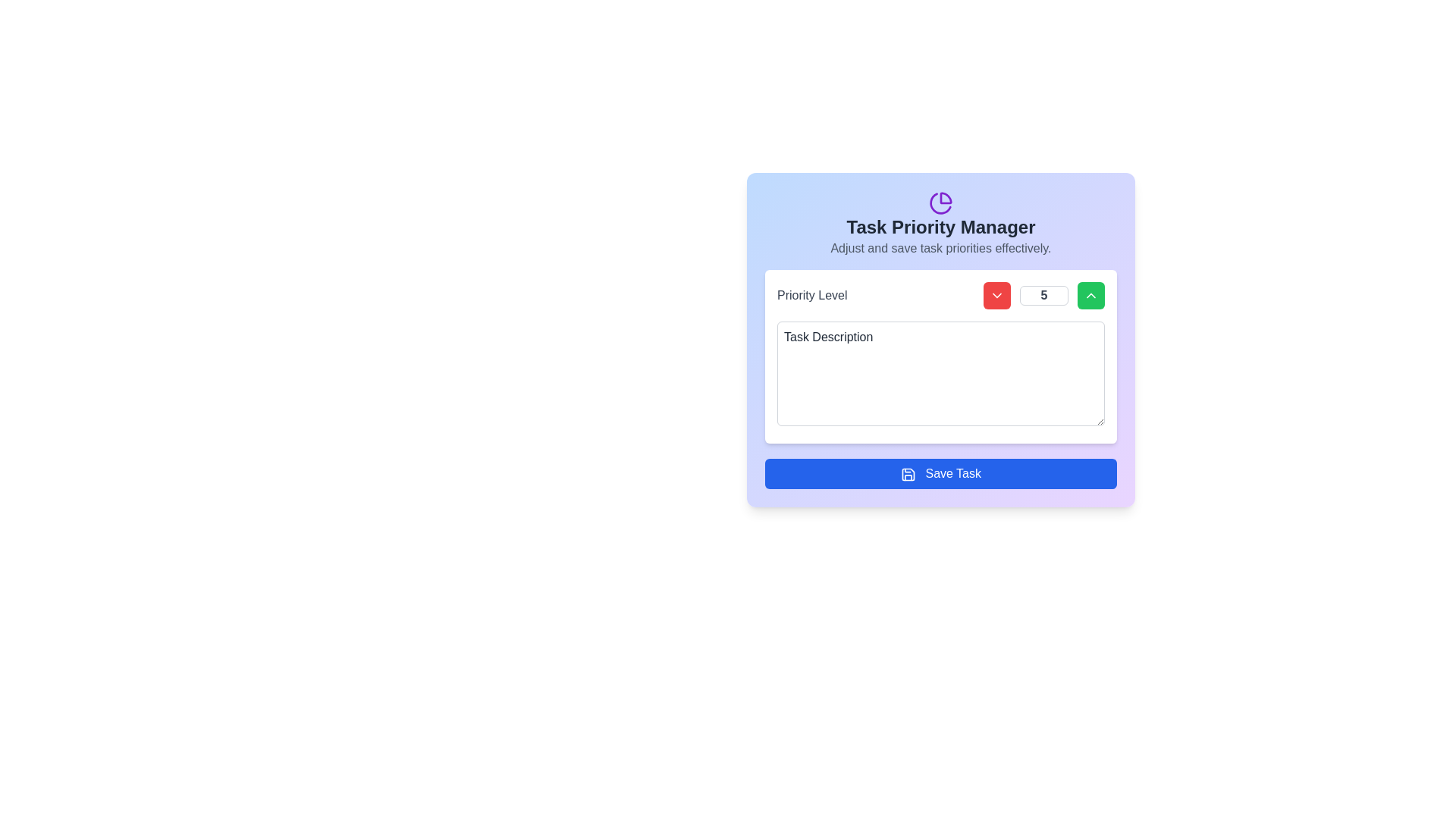 The image size is (1456, 819). Describe the element at coordinates (940, 227) in the screenshot. I see `the bold-text title labeled 'Task Priority Manager', which is centered at the top-middle area of its card-like section` at that location.